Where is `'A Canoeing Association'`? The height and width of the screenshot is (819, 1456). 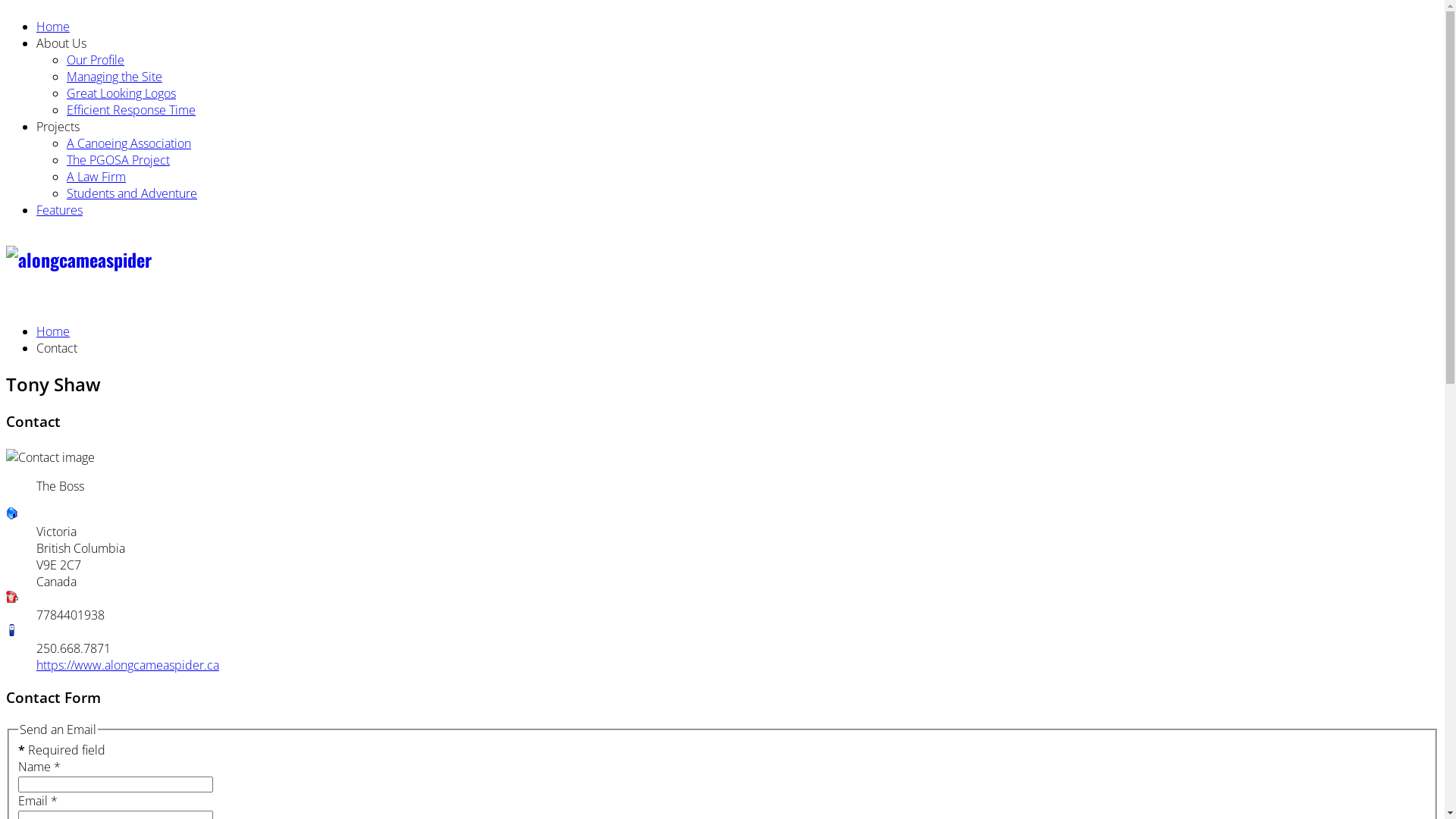
'A Canoeing Association' is located at coordinates (128, 143).